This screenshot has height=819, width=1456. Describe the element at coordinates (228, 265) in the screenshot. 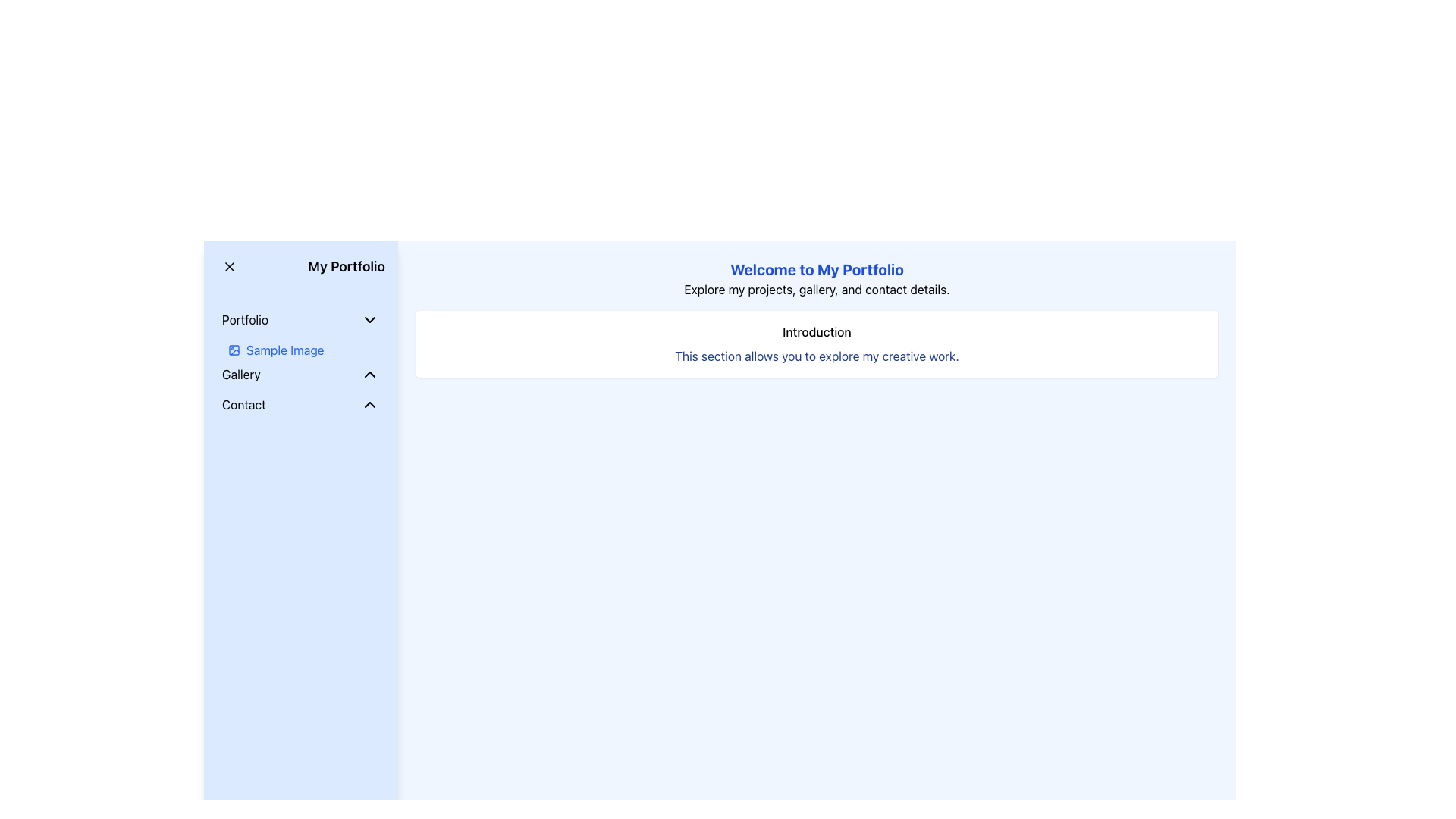

I see `the close icon located to the left of the 'My Portfolio' text in the sidebar` at that location.